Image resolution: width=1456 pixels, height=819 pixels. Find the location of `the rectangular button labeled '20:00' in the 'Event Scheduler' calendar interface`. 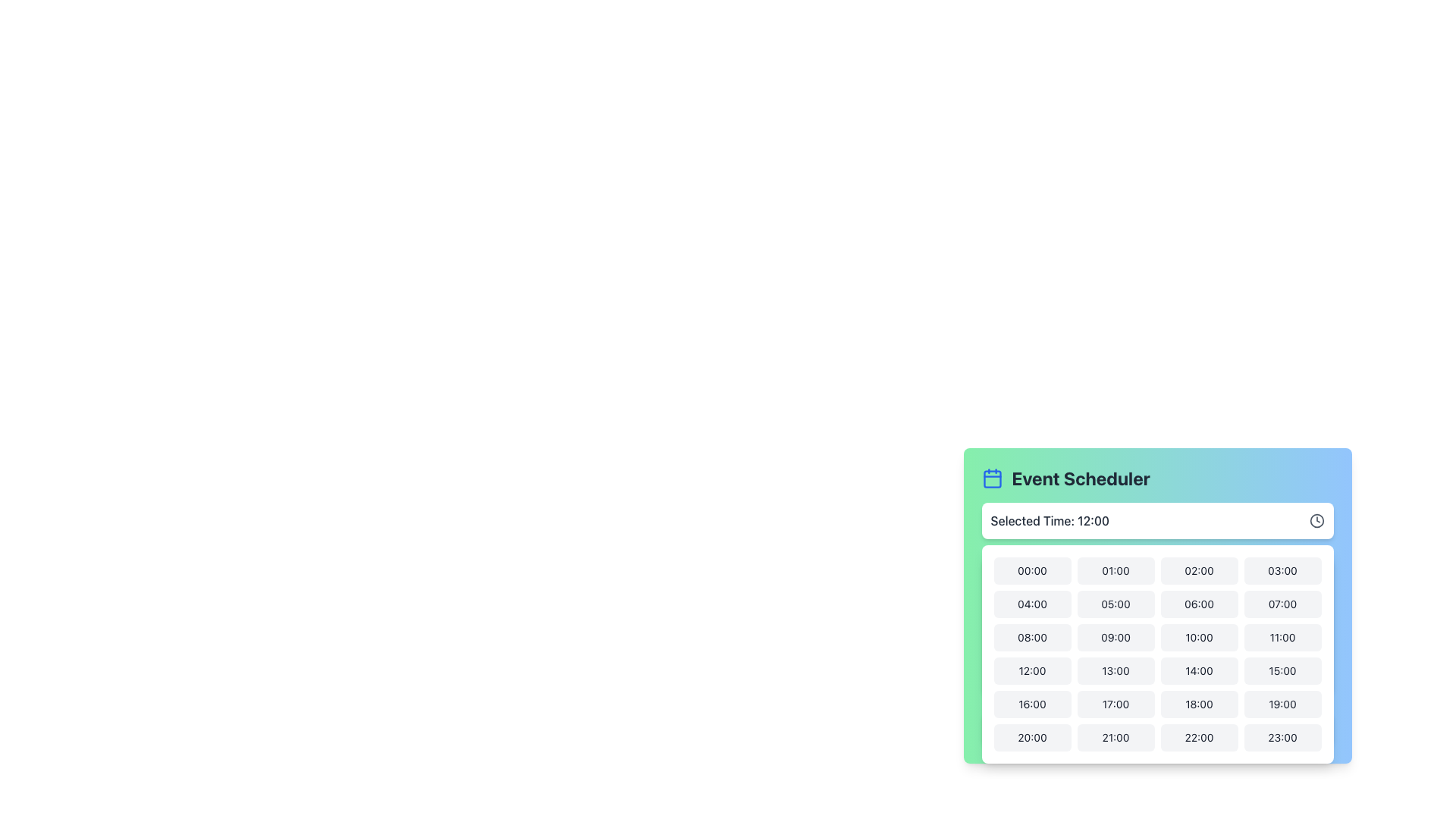

the rectangular button labeled '20:00' in the 'Event Scheduler' calendar interface is located at coordinates (1031, 736).